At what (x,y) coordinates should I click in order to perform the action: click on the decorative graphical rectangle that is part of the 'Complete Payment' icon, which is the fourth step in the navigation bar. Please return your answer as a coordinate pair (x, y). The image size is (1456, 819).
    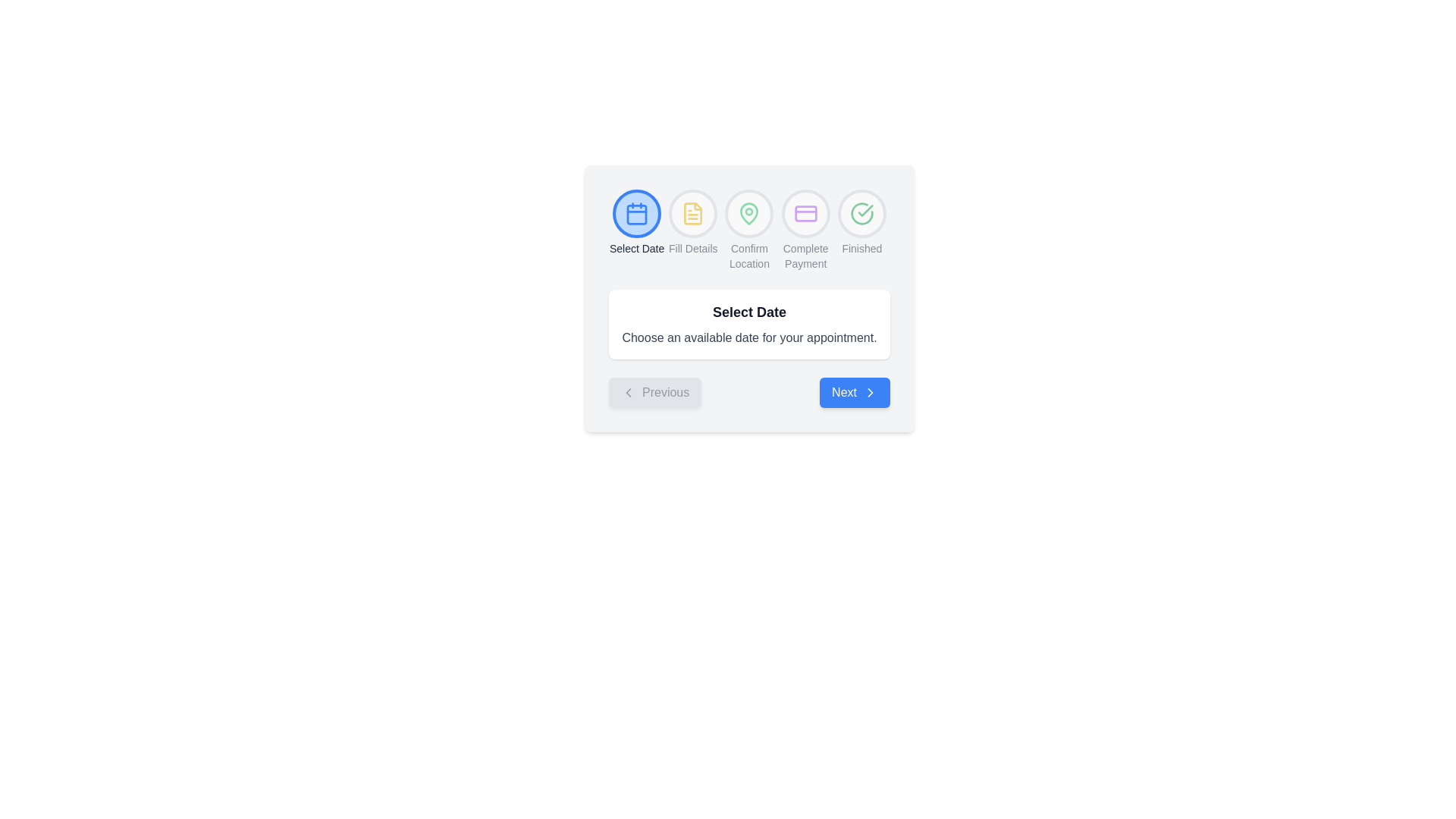
    Looking at the image, I should click on (805, 213).